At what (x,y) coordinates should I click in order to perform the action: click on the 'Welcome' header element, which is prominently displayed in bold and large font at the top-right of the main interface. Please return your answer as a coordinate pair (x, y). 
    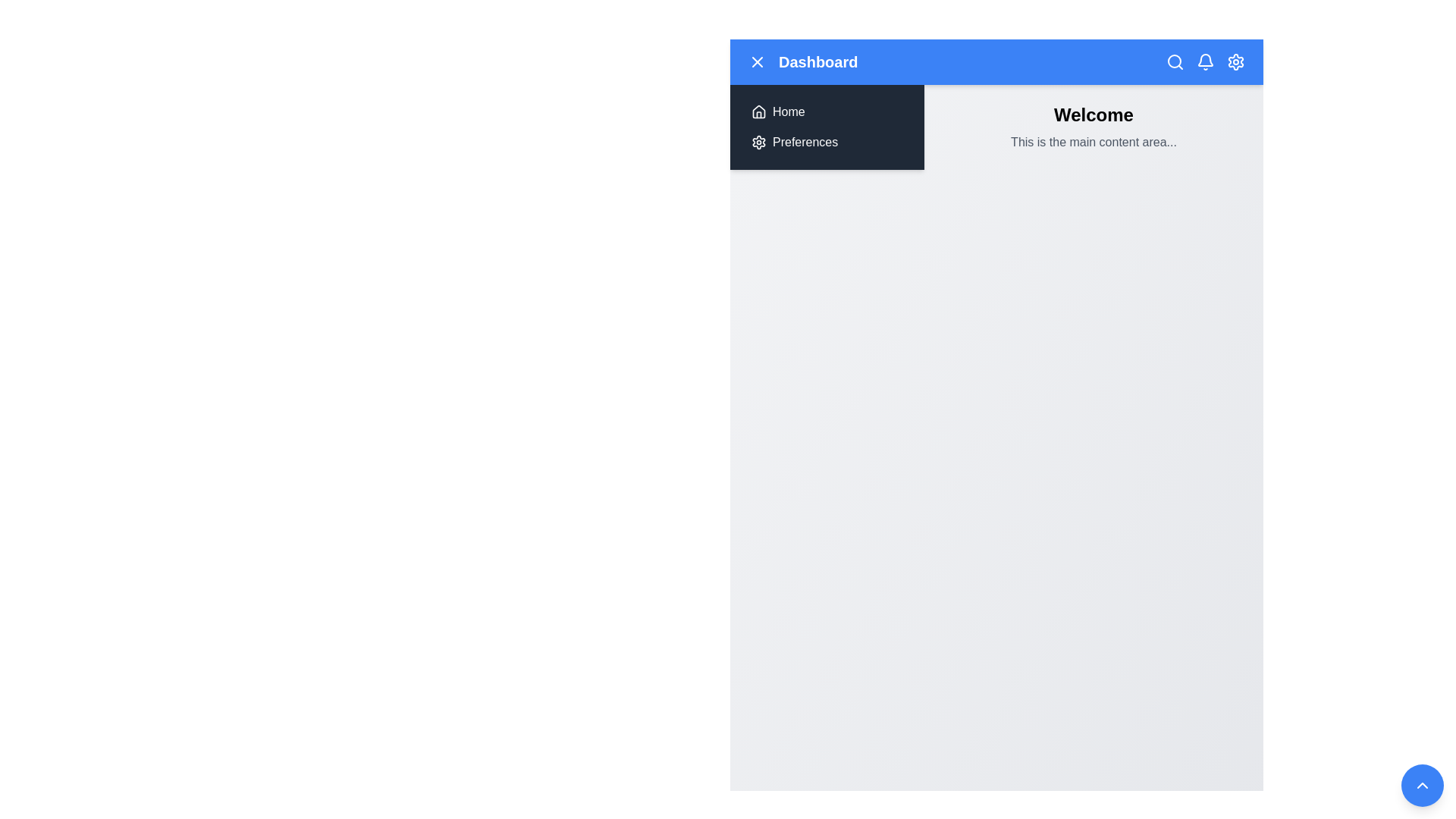
    Looking at the image, I should click on (1094, 114).